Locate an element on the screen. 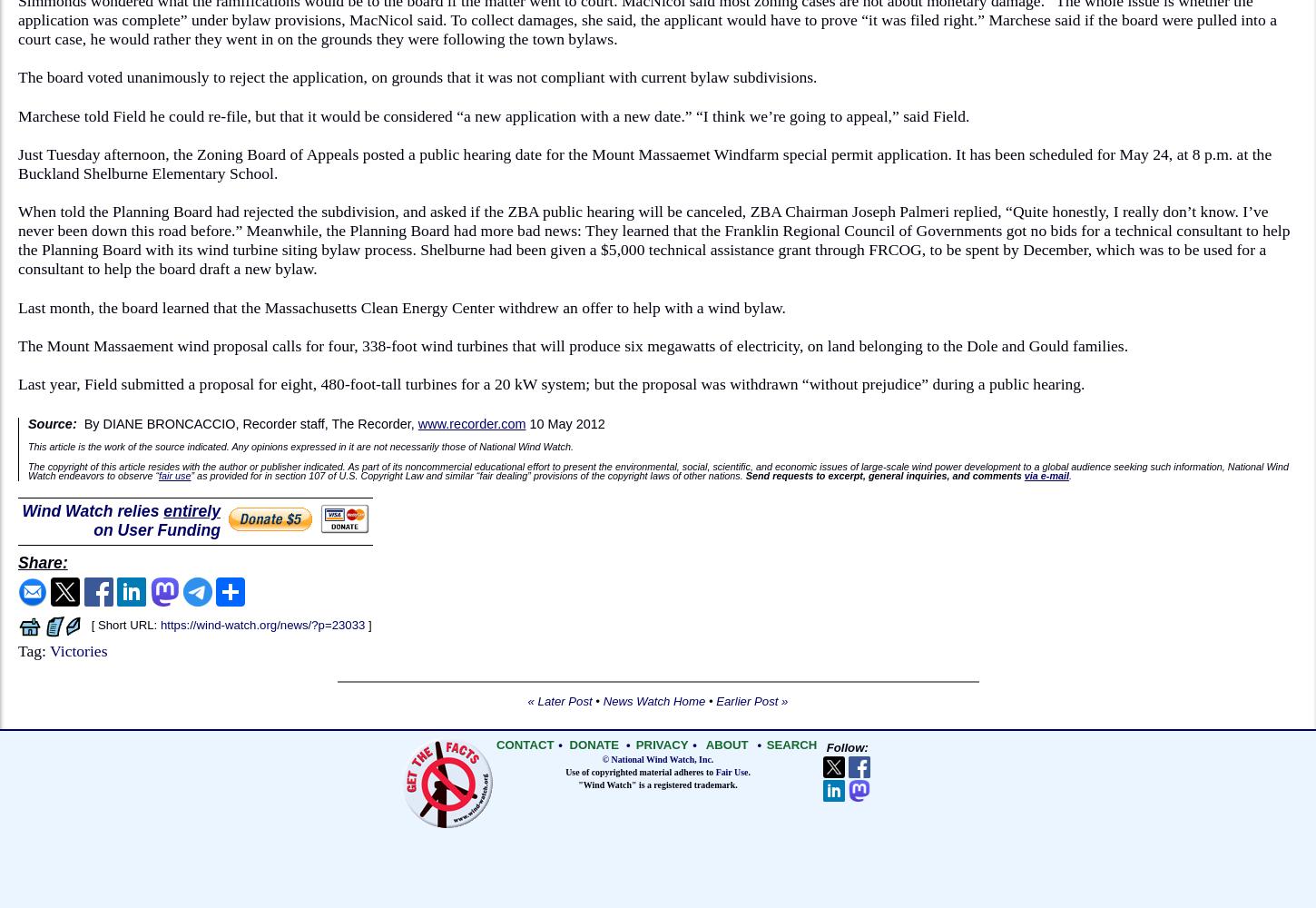 This screenshot has height=908, width=1316. 'www.recorder.com' is located at coordinates (416, 422).